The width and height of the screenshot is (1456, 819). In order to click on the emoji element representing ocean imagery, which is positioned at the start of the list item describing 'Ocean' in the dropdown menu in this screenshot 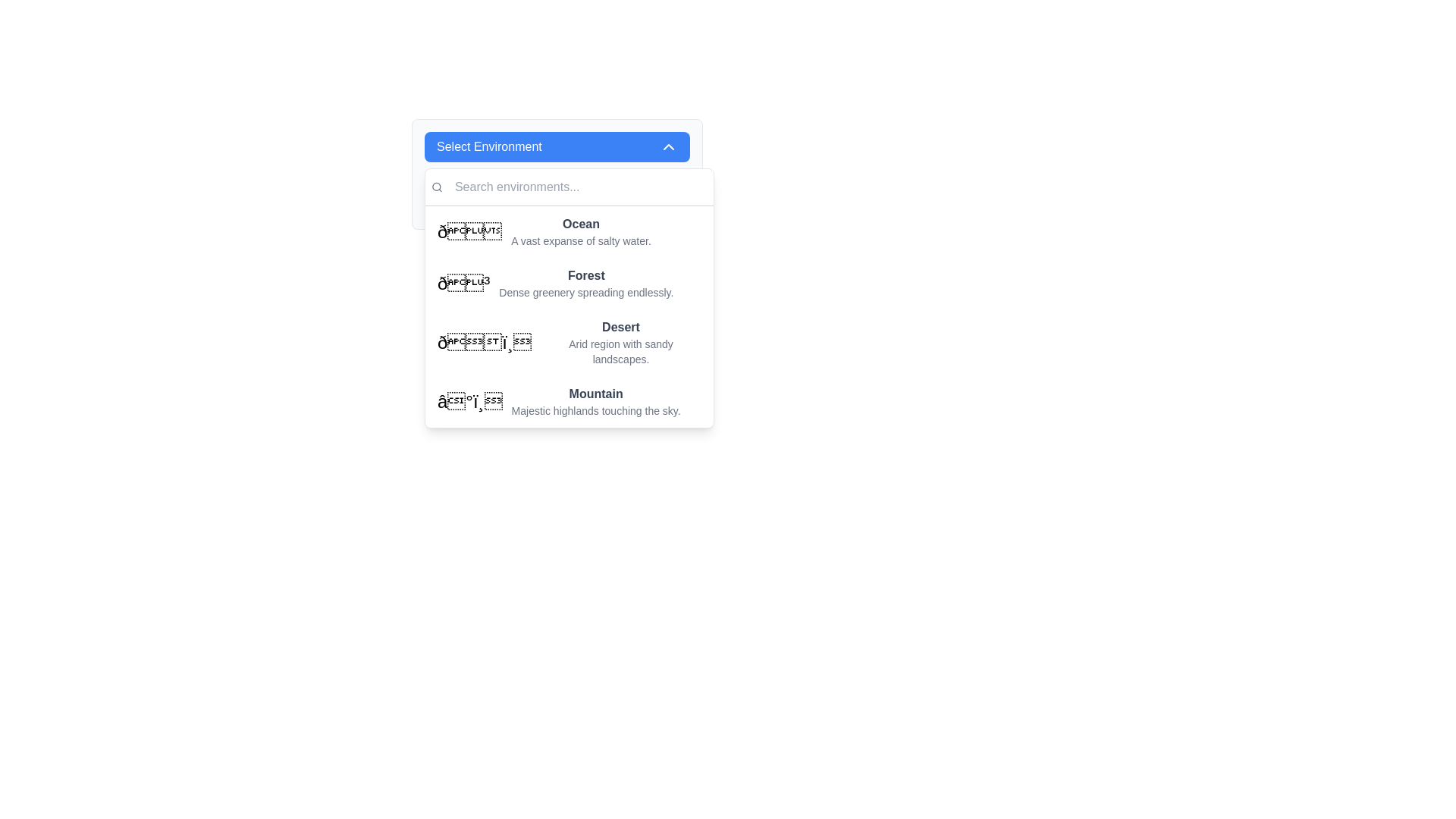, I will do `click(469, 231)`.